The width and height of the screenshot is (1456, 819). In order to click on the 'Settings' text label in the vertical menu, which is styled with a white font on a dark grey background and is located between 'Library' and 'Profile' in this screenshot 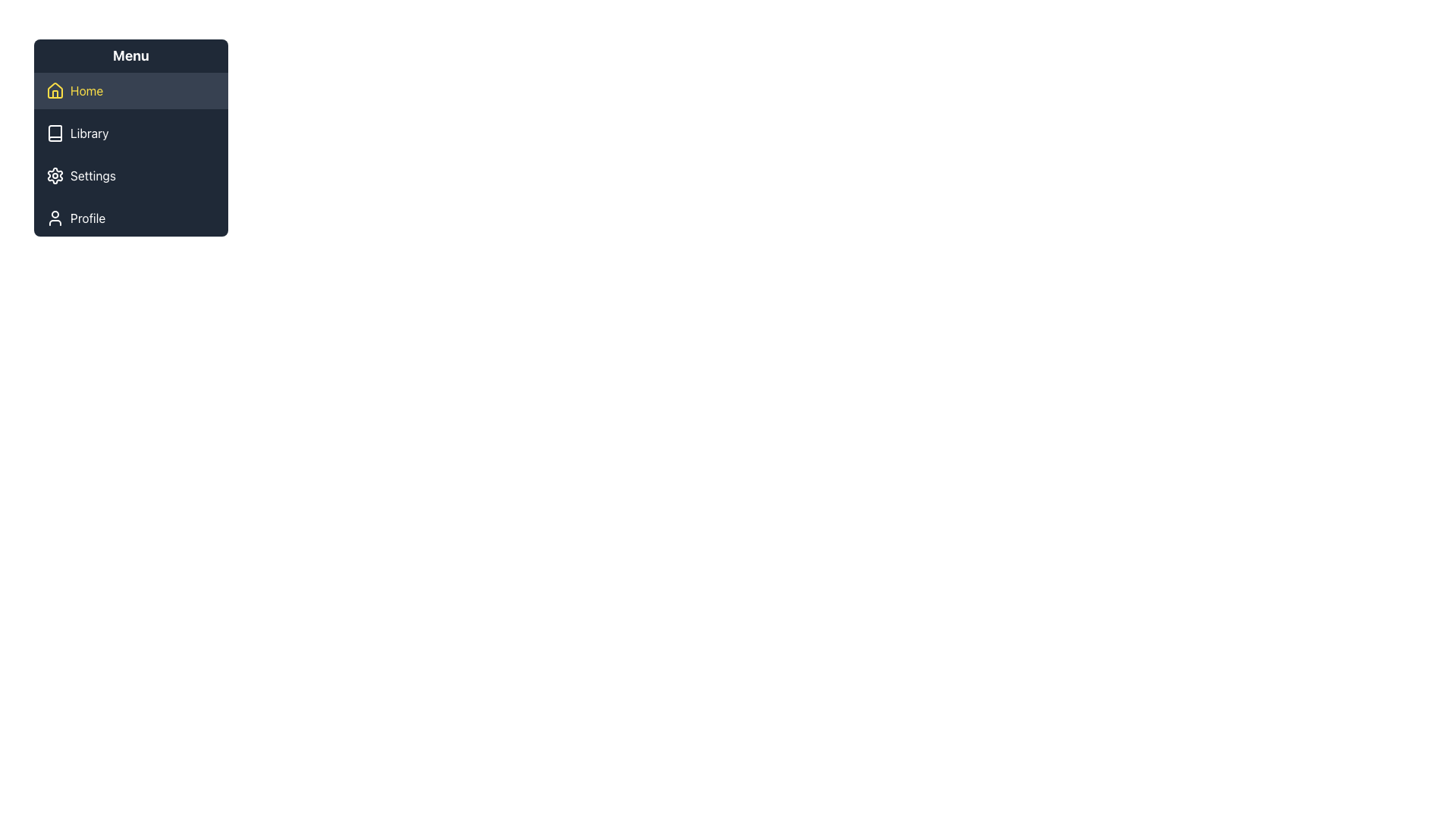, I will do `click(92, 174)`.